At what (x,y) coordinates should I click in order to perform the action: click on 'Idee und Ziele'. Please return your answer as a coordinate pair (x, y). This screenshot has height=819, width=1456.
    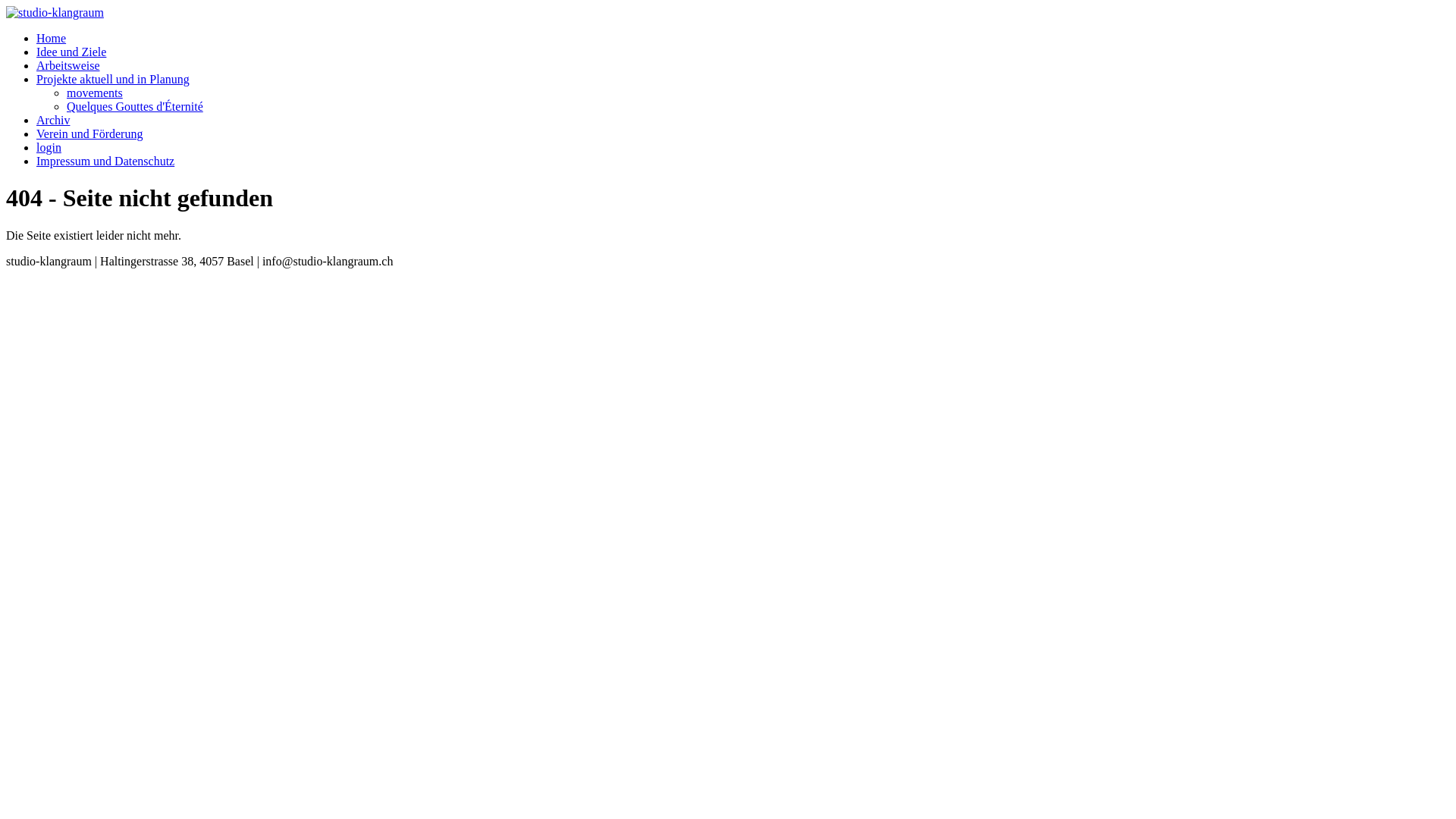
    Looking at the image, I should click on (71, 51).